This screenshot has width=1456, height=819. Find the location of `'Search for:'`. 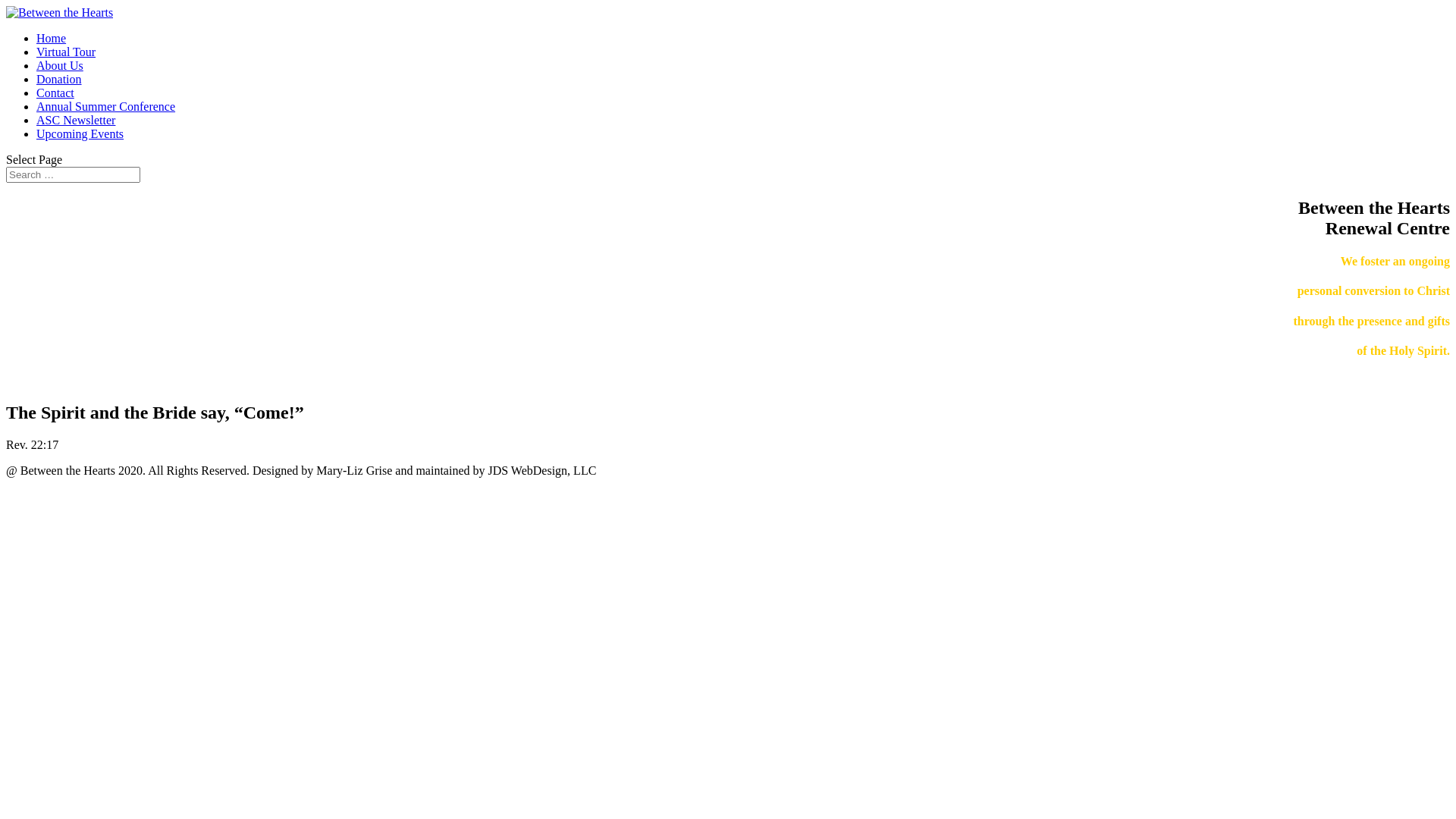

'Search for:' is located at coordinates (72, 174).